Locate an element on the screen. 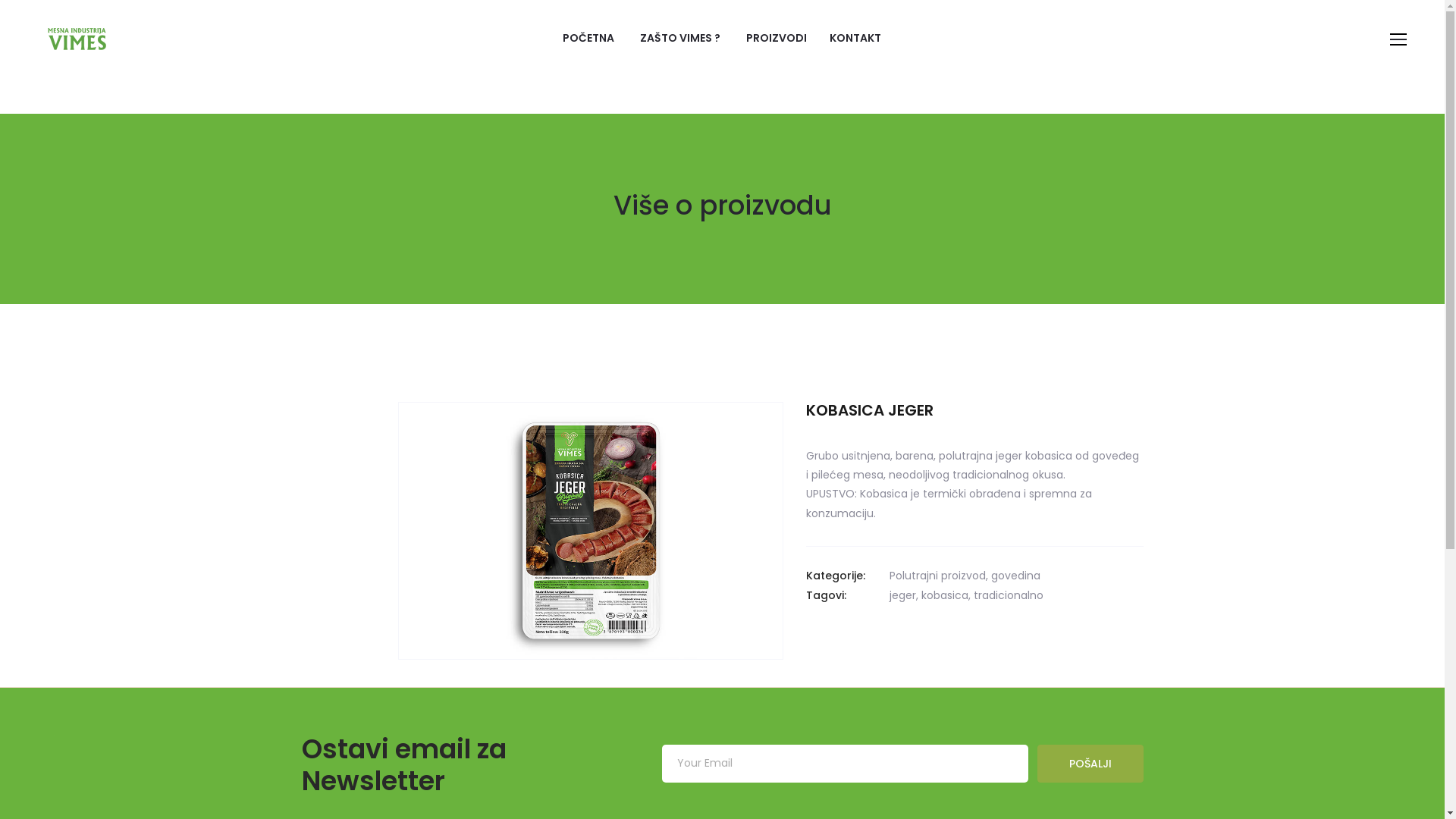 The width and height of the screenshot is (1456, 819). 'govedina' is located at coordinates (990, 576).